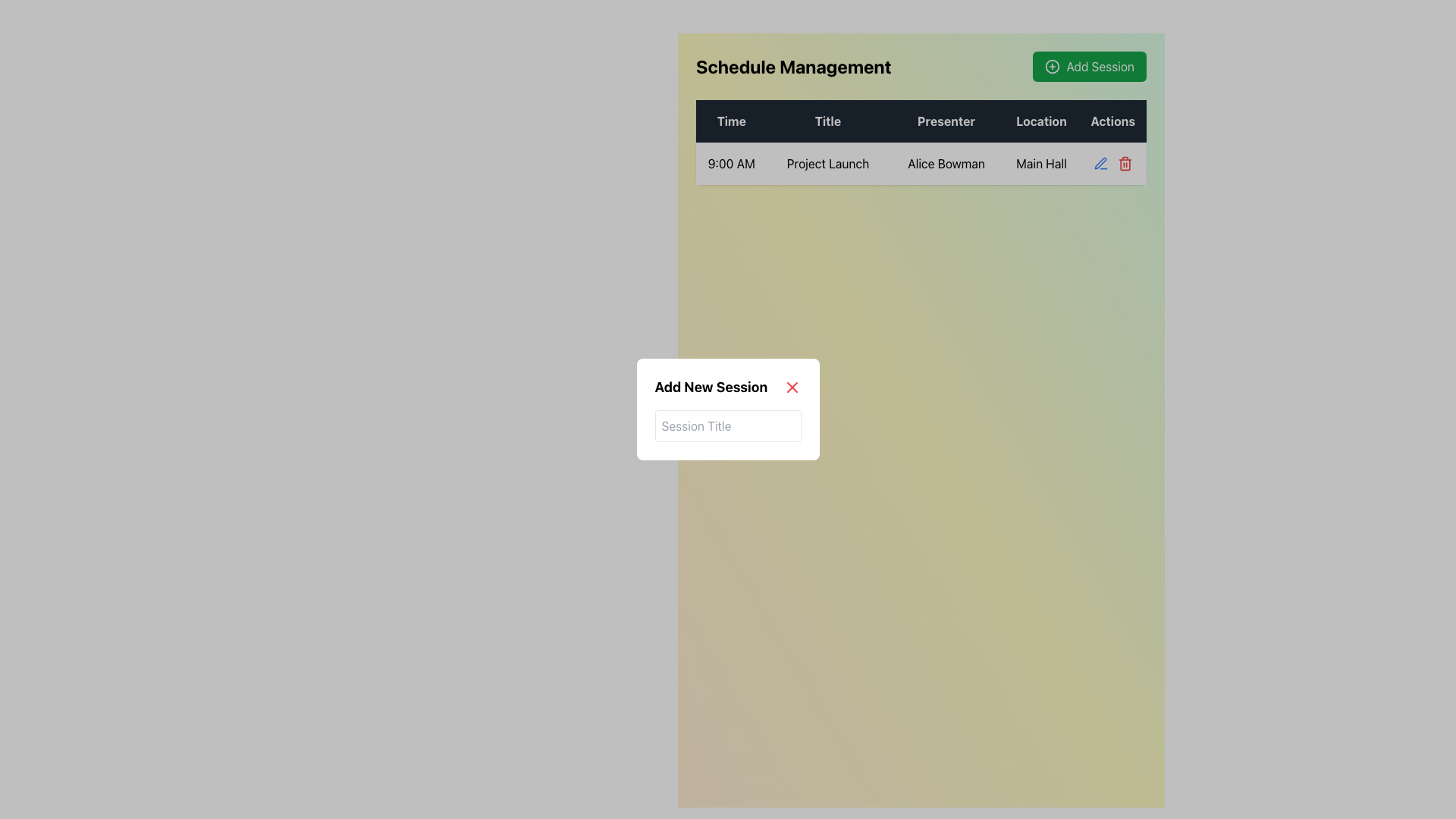 The height and width of the screenshot is (819, 1456). I want to click on the red trash bin icon in the 'Actions' column of the table row, so click(1112, 164).